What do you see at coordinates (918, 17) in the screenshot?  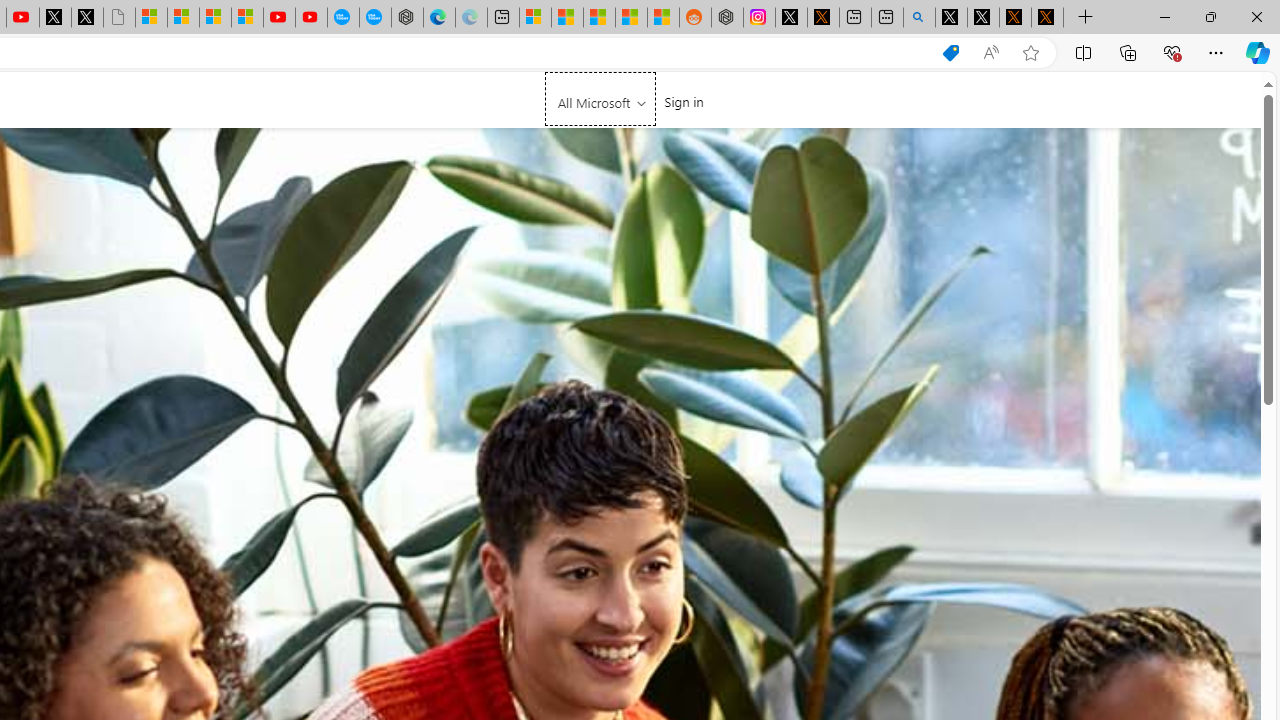 I see `'github - Search'` at bounding box center [918, 17].